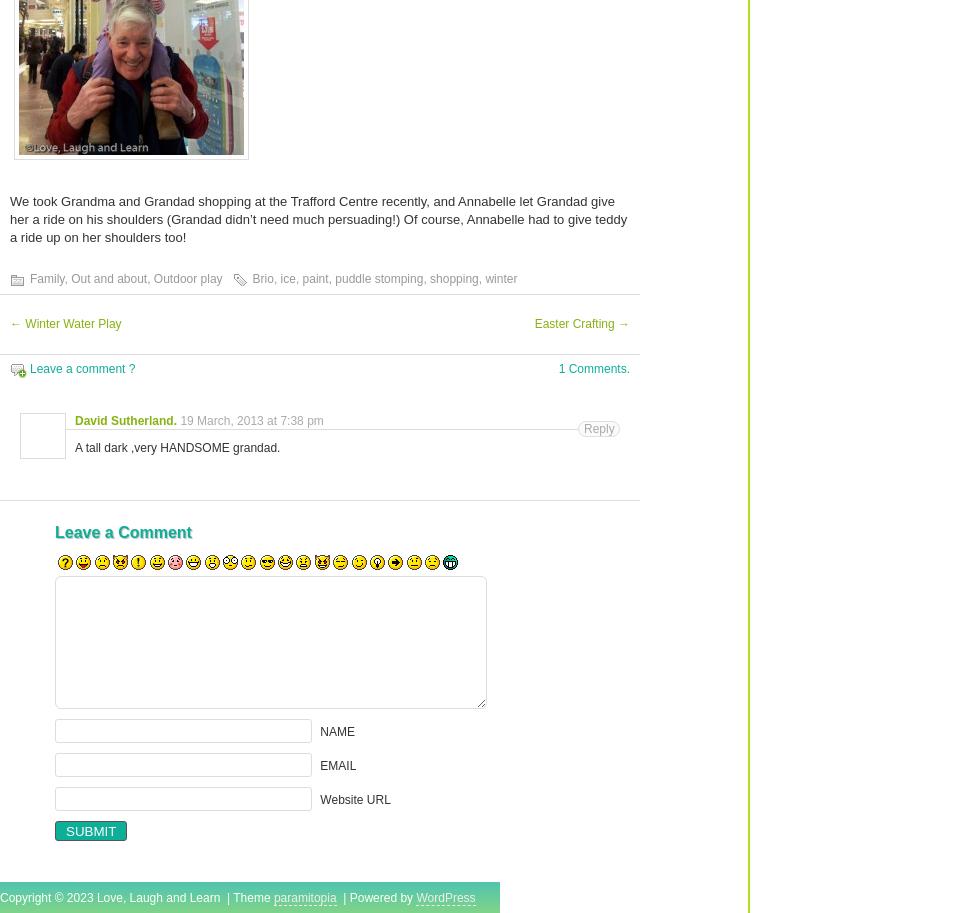  What do you see at coordinates (319, 730) in the screenshot?
I see `'NAME'` at bounding box center [319, 730].